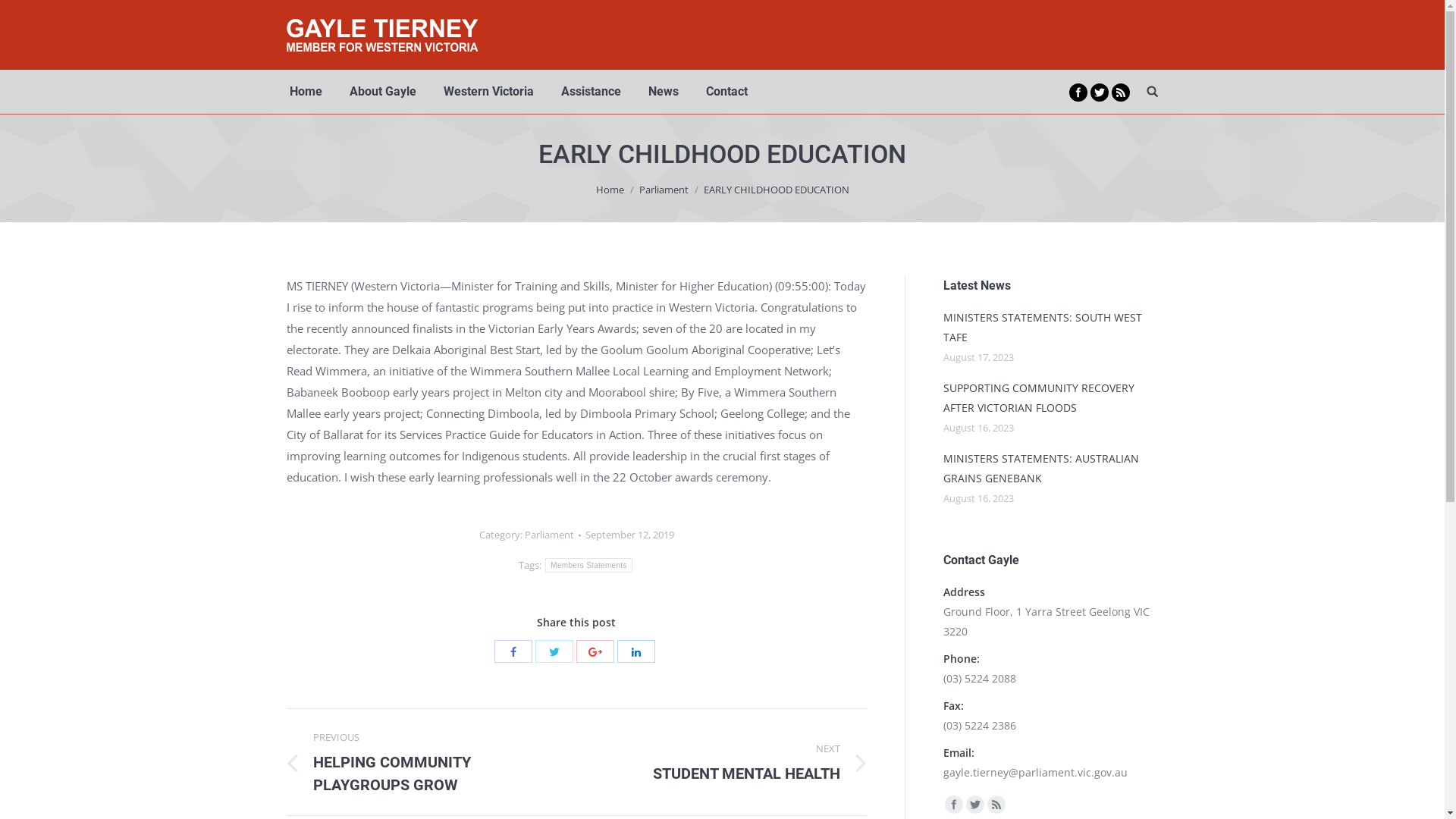 This screenshot has height=819, width=1456. What do you see at coordinates (305, 91) in the screenshot?
I see `'Home'` at bounding box center [305, 91].